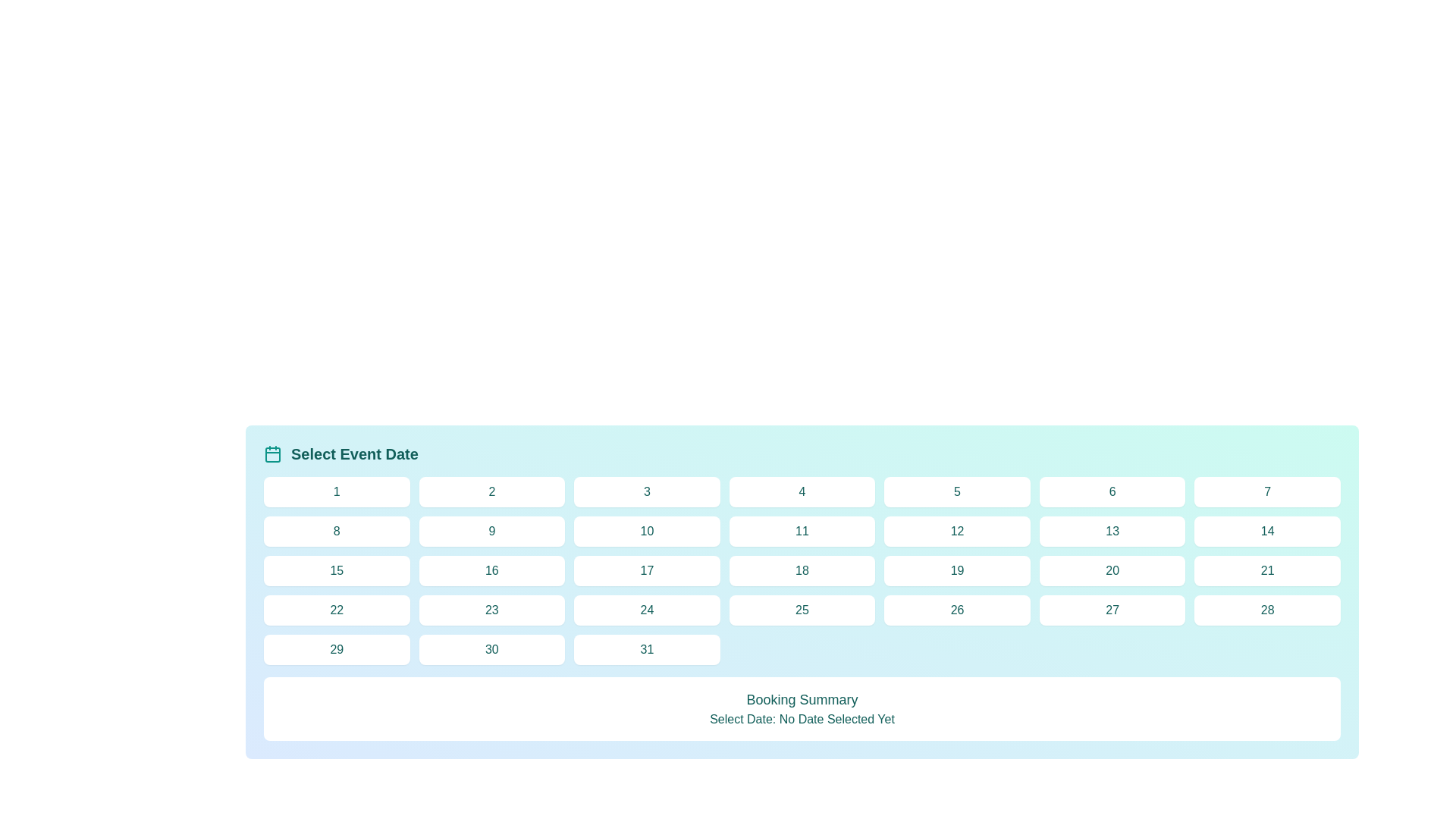 The height and width of the screenshot is (819, 1456). What do you see at coordinates (491, 531) in the screenshot?
I see `the button displaying the numeral '9' in teal color, located in the second row and second column of the grid layout` at bounding box center [491, 531].